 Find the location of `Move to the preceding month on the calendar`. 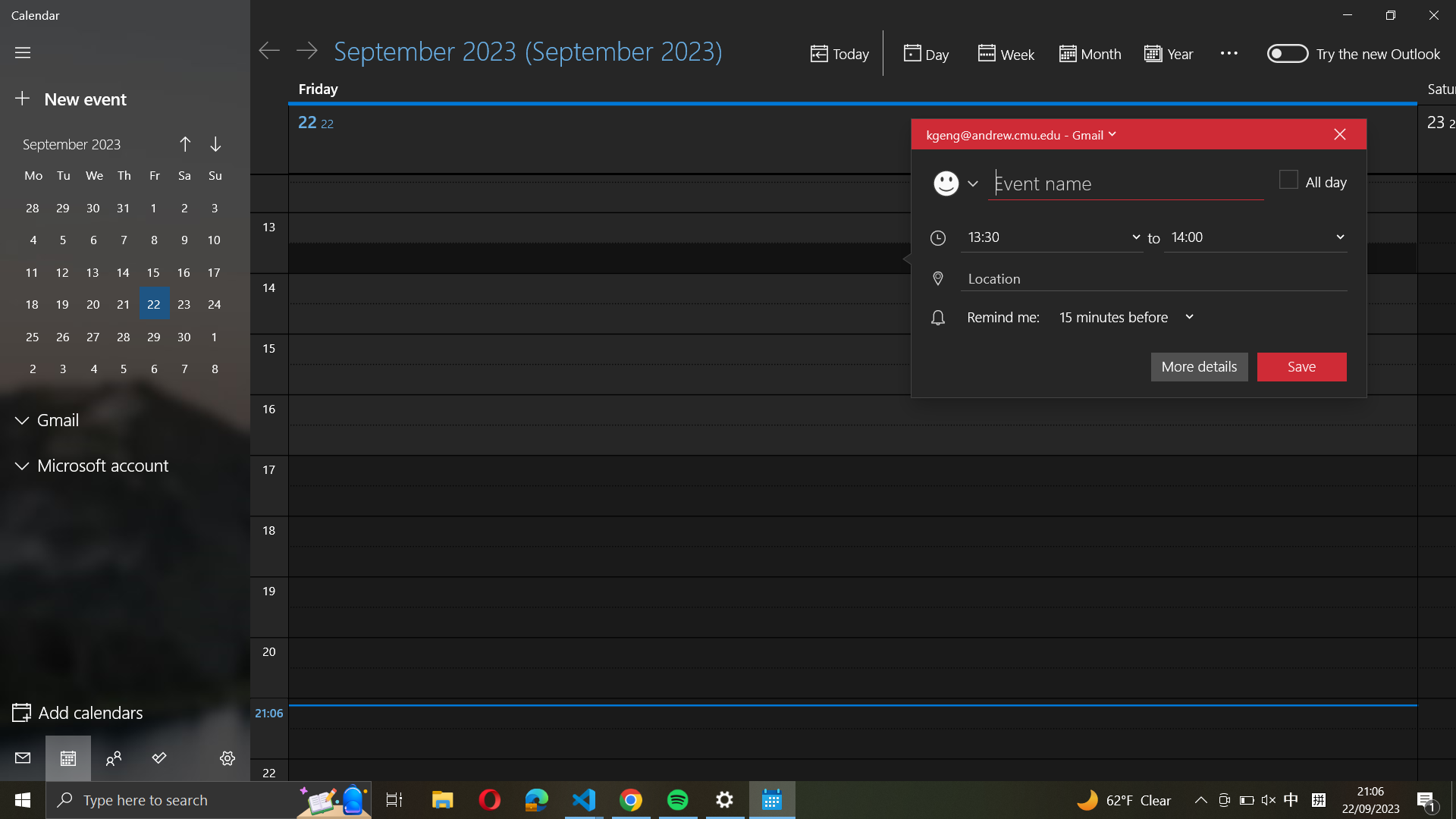

Move to the preceding month on the calendar is located at coordinates (184, 146).